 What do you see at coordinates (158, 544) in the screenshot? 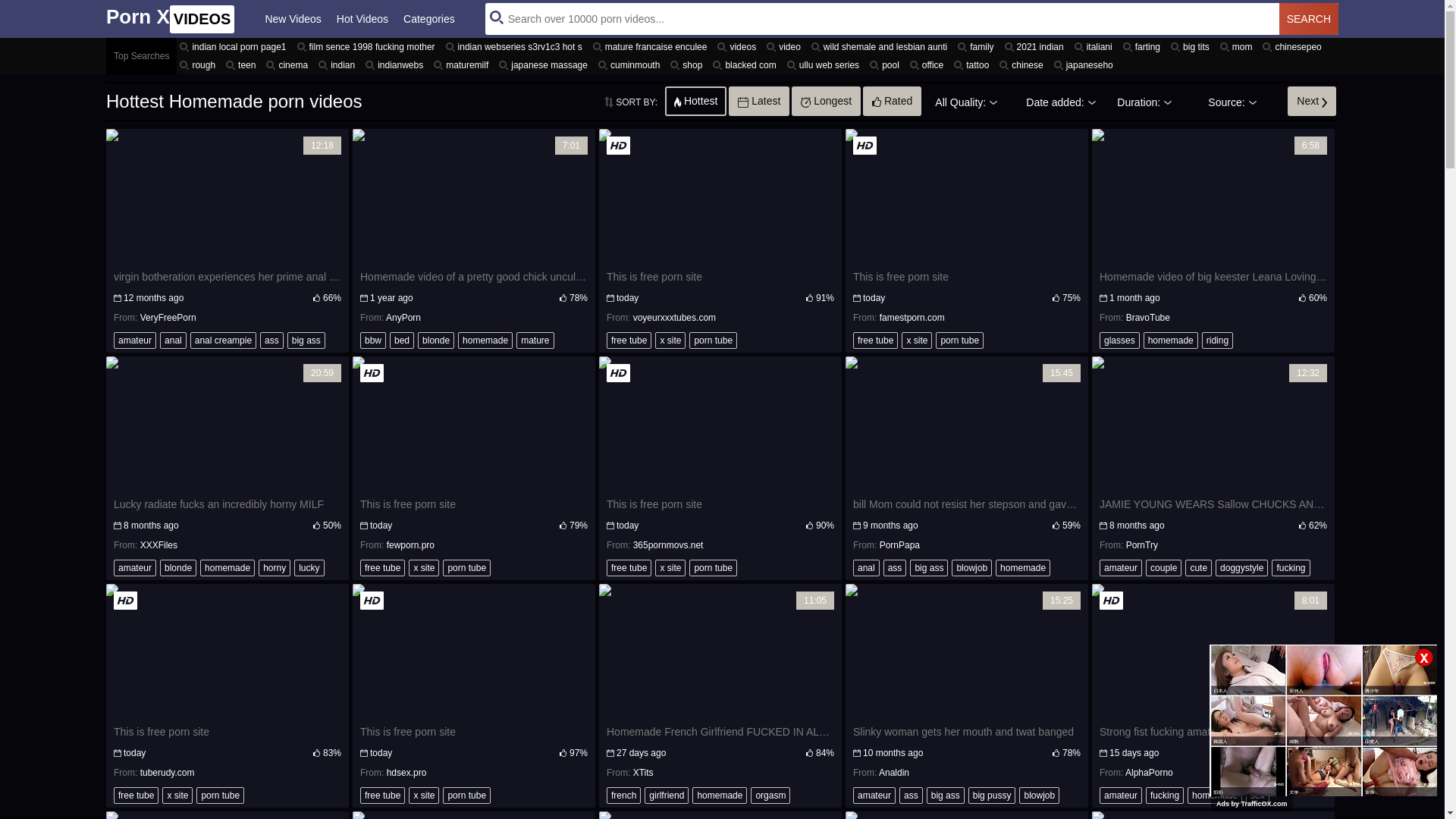
I see `'XXXFiles'` at bounding box center [158, 544].